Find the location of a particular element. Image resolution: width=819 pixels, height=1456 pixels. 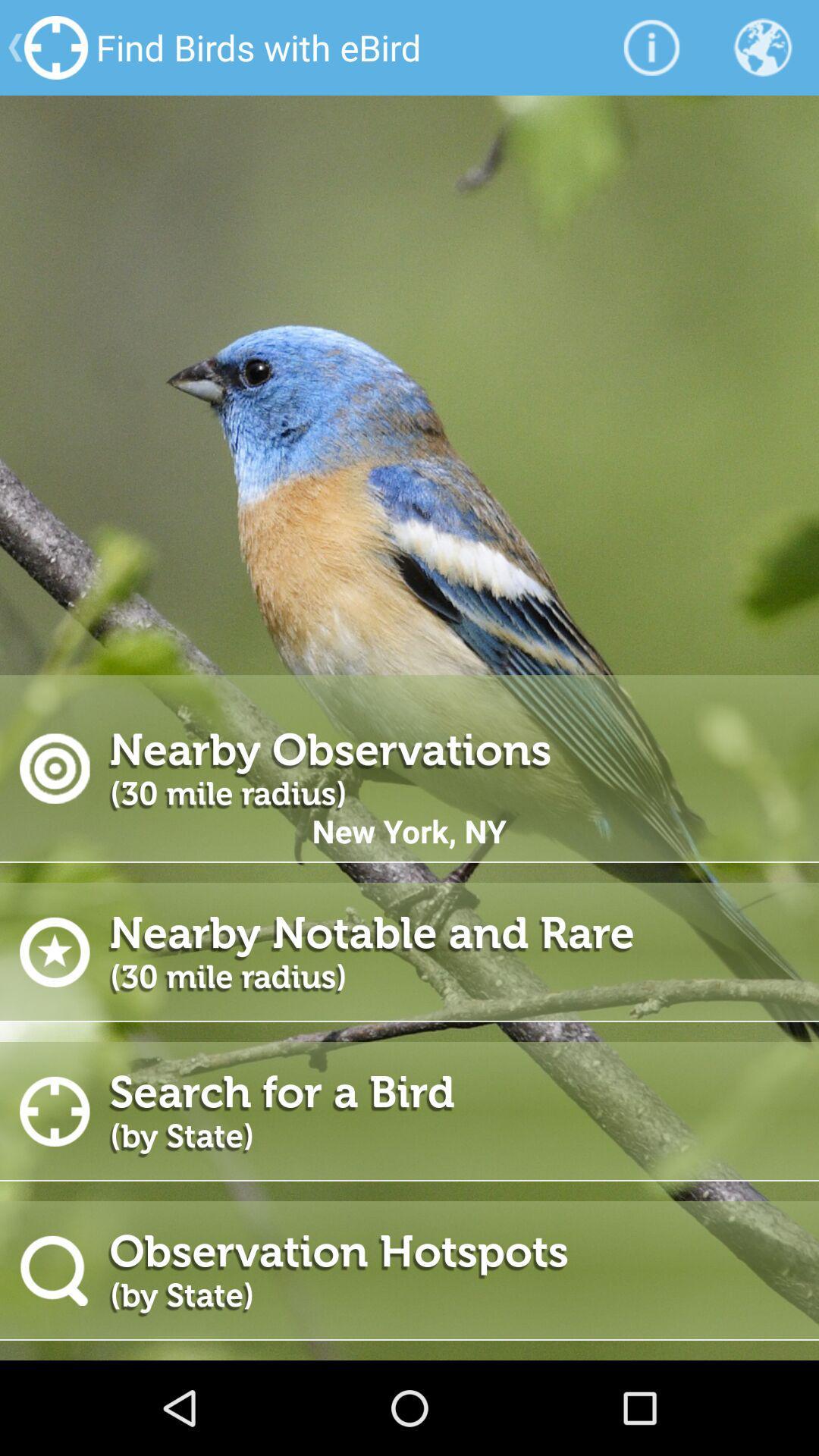

icon to the right of find birds with app is located at coordinates (651, 47).